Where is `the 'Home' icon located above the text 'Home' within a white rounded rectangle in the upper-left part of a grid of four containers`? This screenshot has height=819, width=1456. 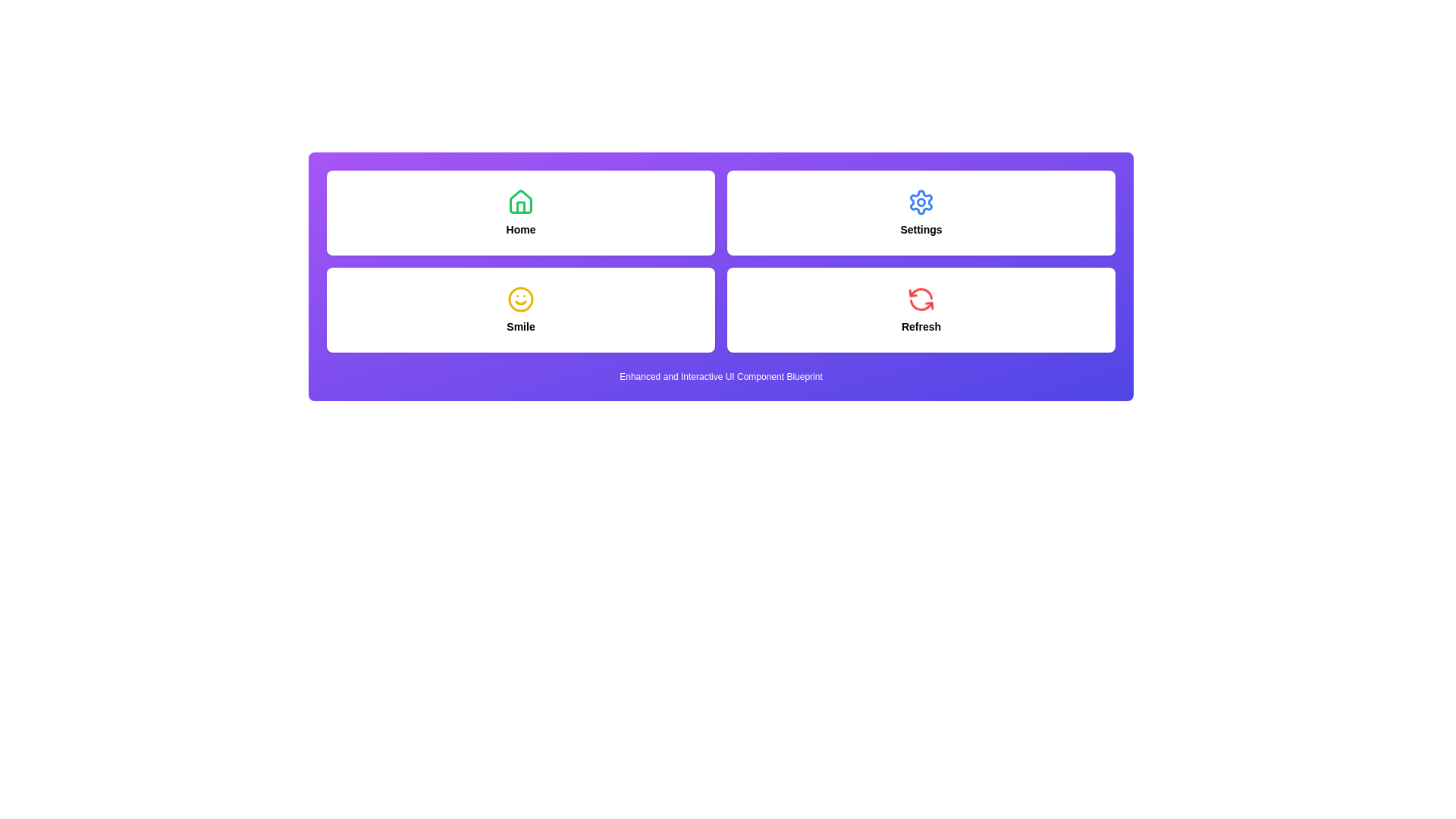
the 'Home' icon located above the text 'Home' within a white rounded rectangle in the upper-left part of a grid of four containers is located at coordinates (520, 201).